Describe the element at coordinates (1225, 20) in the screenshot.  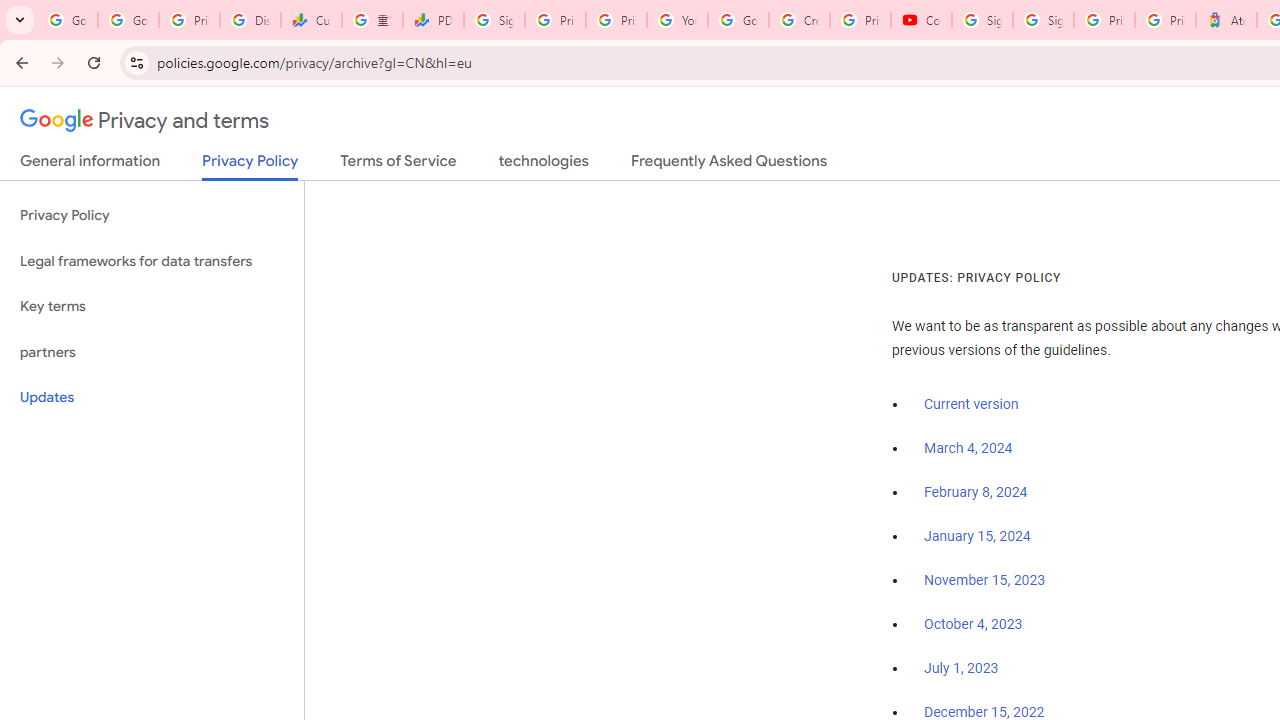
I see `'Atour Hotel - Google hotels'` at that location.